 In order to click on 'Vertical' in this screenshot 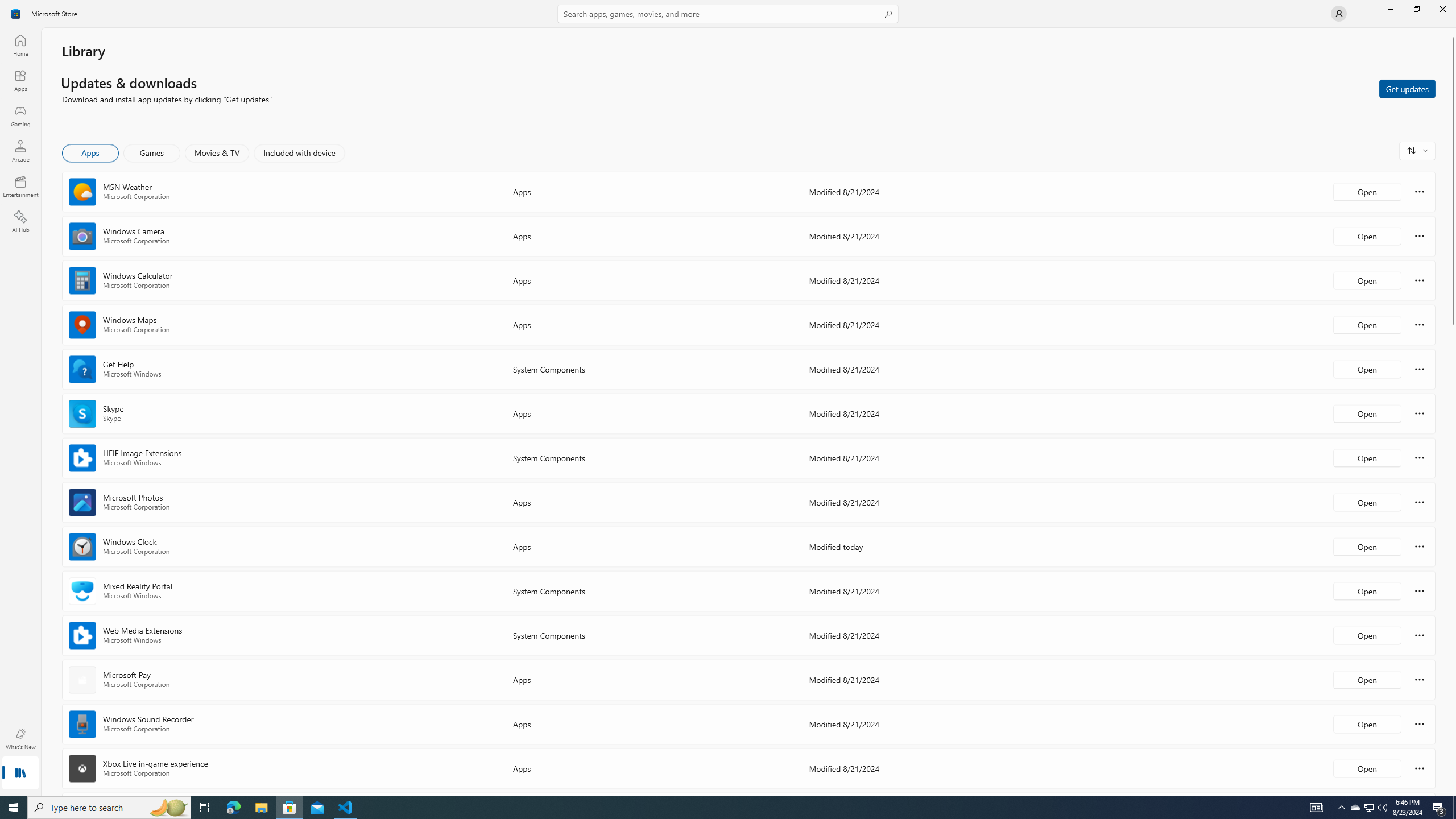, I will do `click(1451, 412)`.